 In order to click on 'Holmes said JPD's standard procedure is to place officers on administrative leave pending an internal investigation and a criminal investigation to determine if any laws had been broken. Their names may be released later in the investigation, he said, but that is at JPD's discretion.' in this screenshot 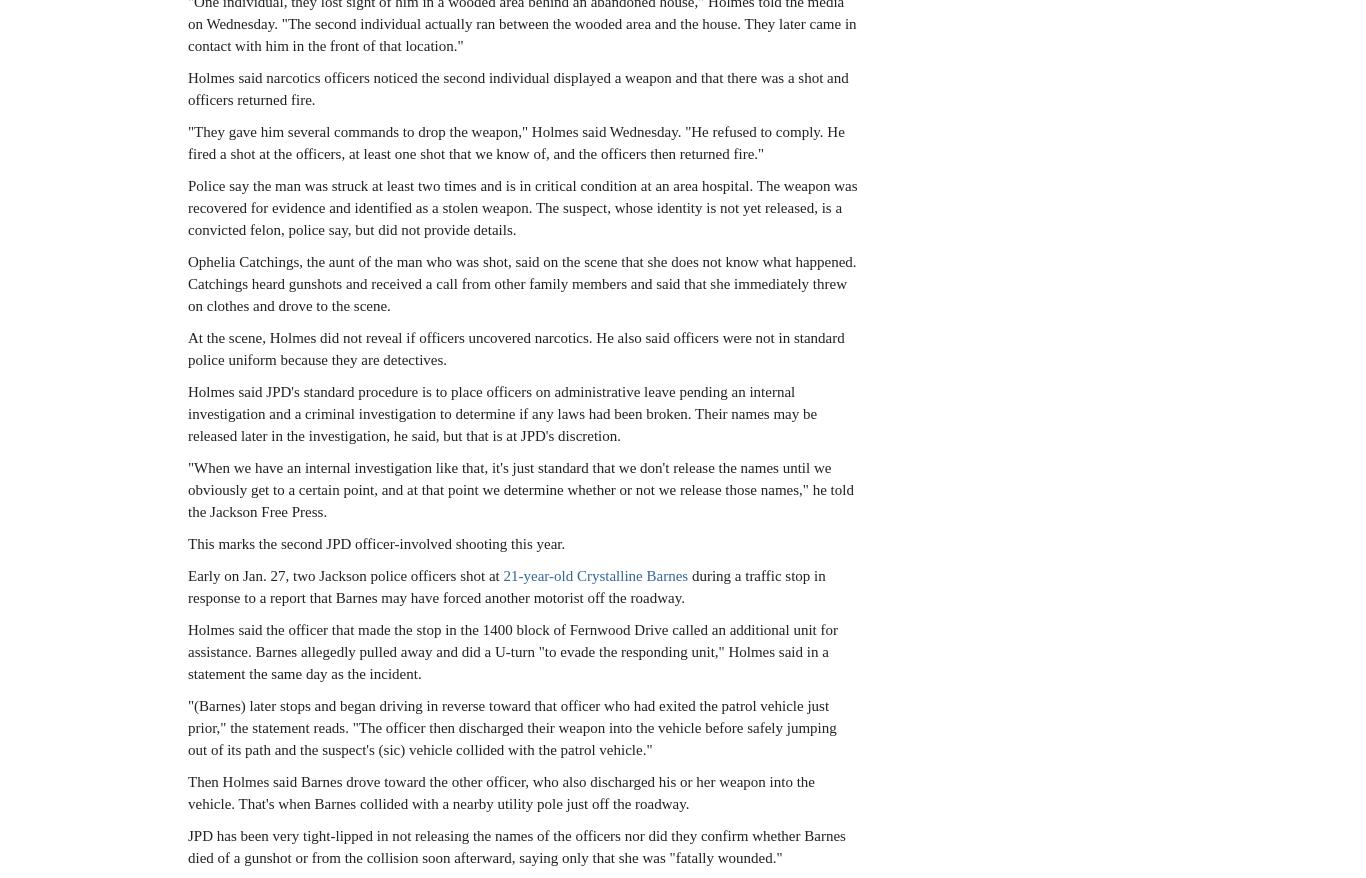, I will do `click(502, 413)`.